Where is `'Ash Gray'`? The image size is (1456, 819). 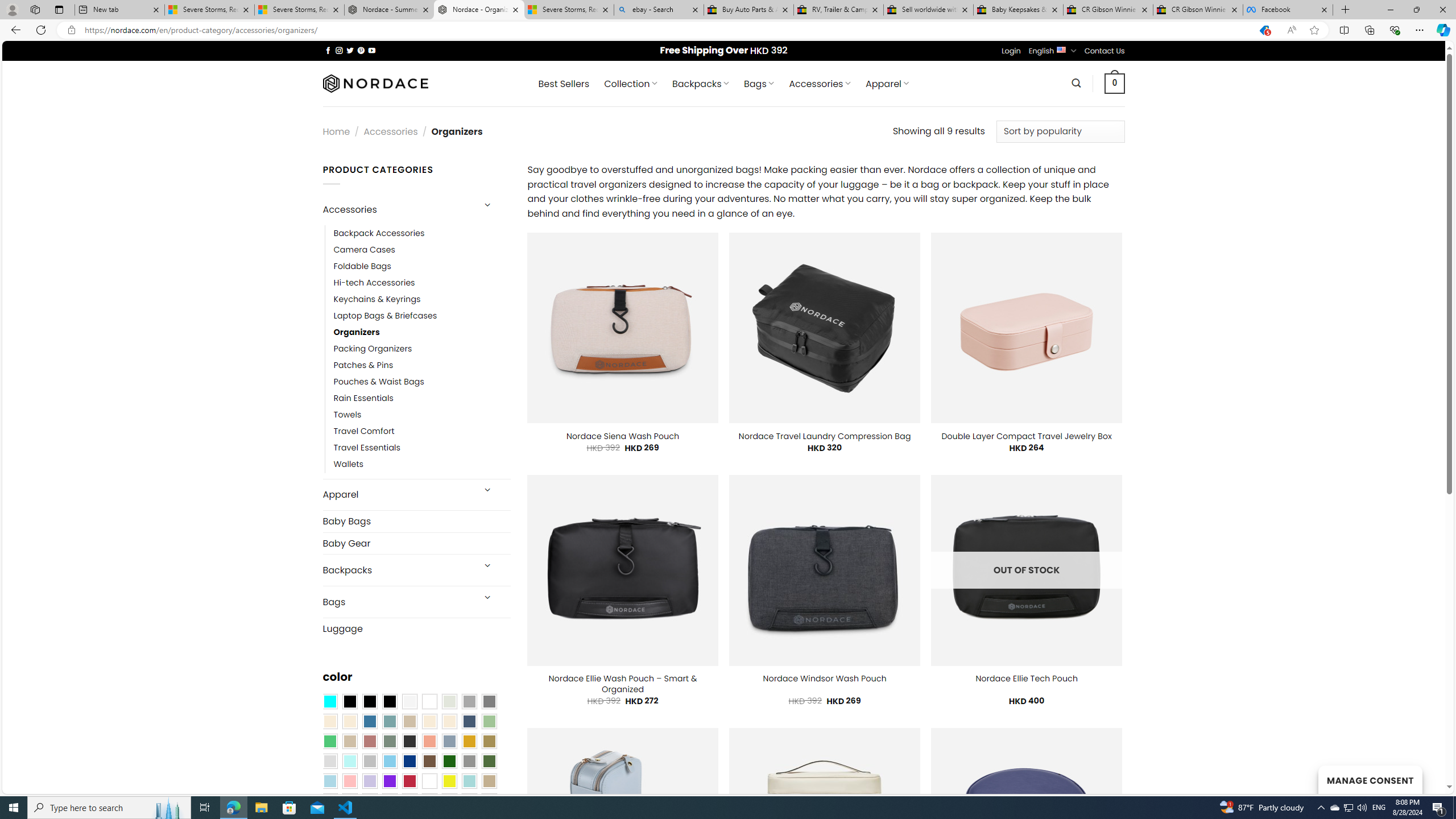 'Ash Gray' is located at coordinates (449, 701).